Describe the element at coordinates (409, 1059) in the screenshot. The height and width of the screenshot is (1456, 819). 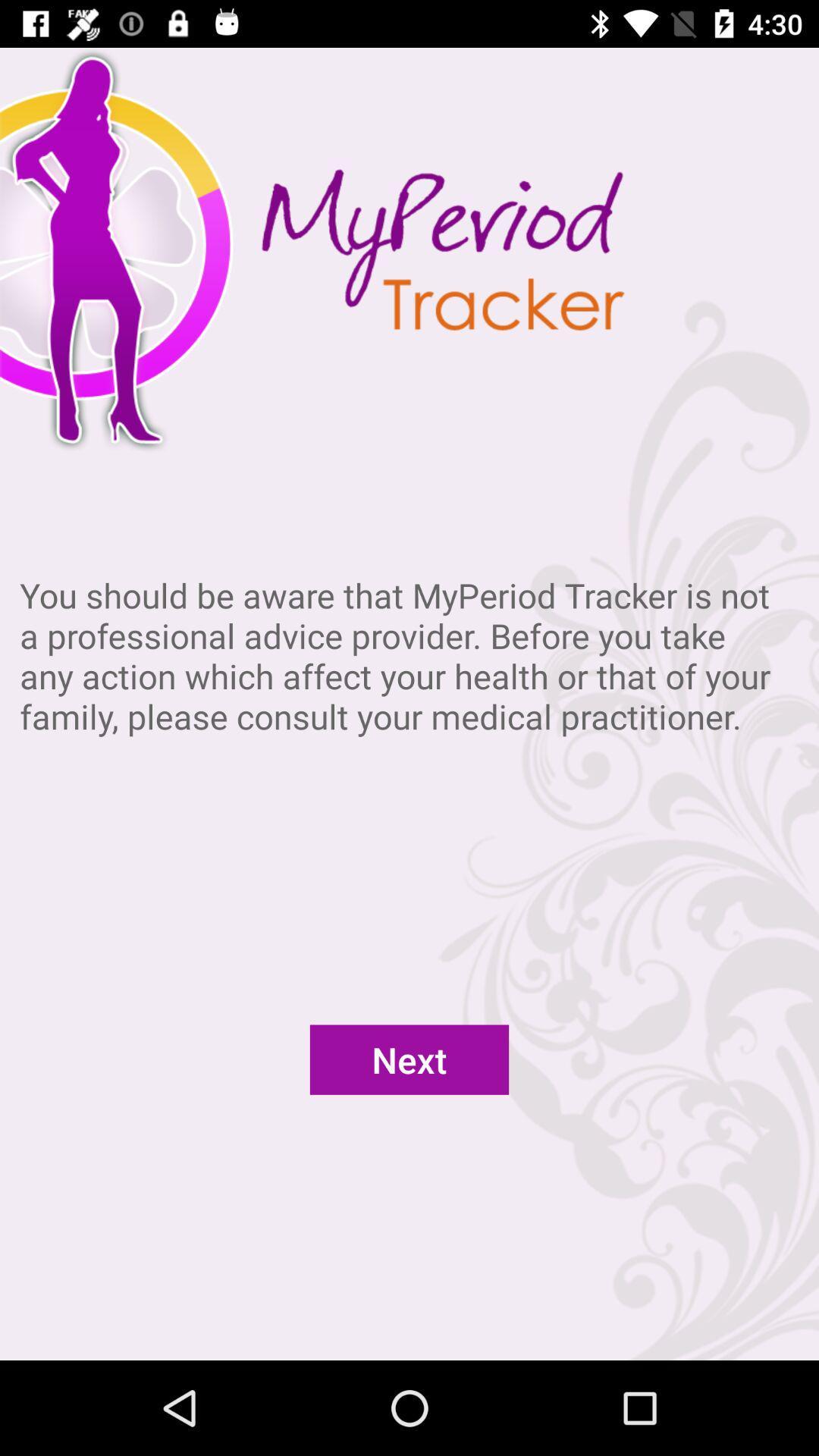
I see `icon below you should be app` at that location.